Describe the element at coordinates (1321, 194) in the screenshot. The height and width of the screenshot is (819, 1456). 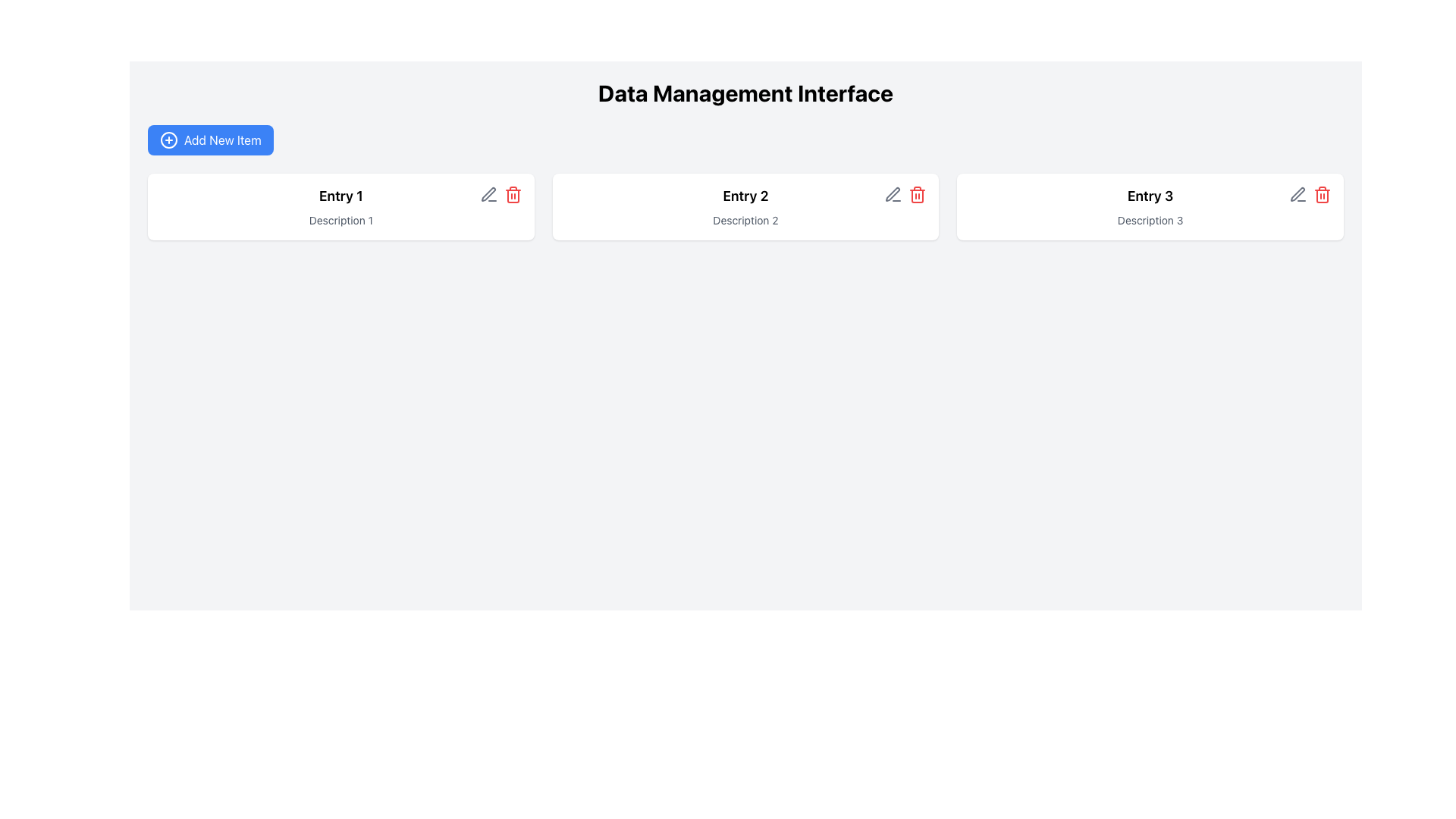
I see `the delete button located at the top-right corner of the card labeled 'Entry 3'` at that location.